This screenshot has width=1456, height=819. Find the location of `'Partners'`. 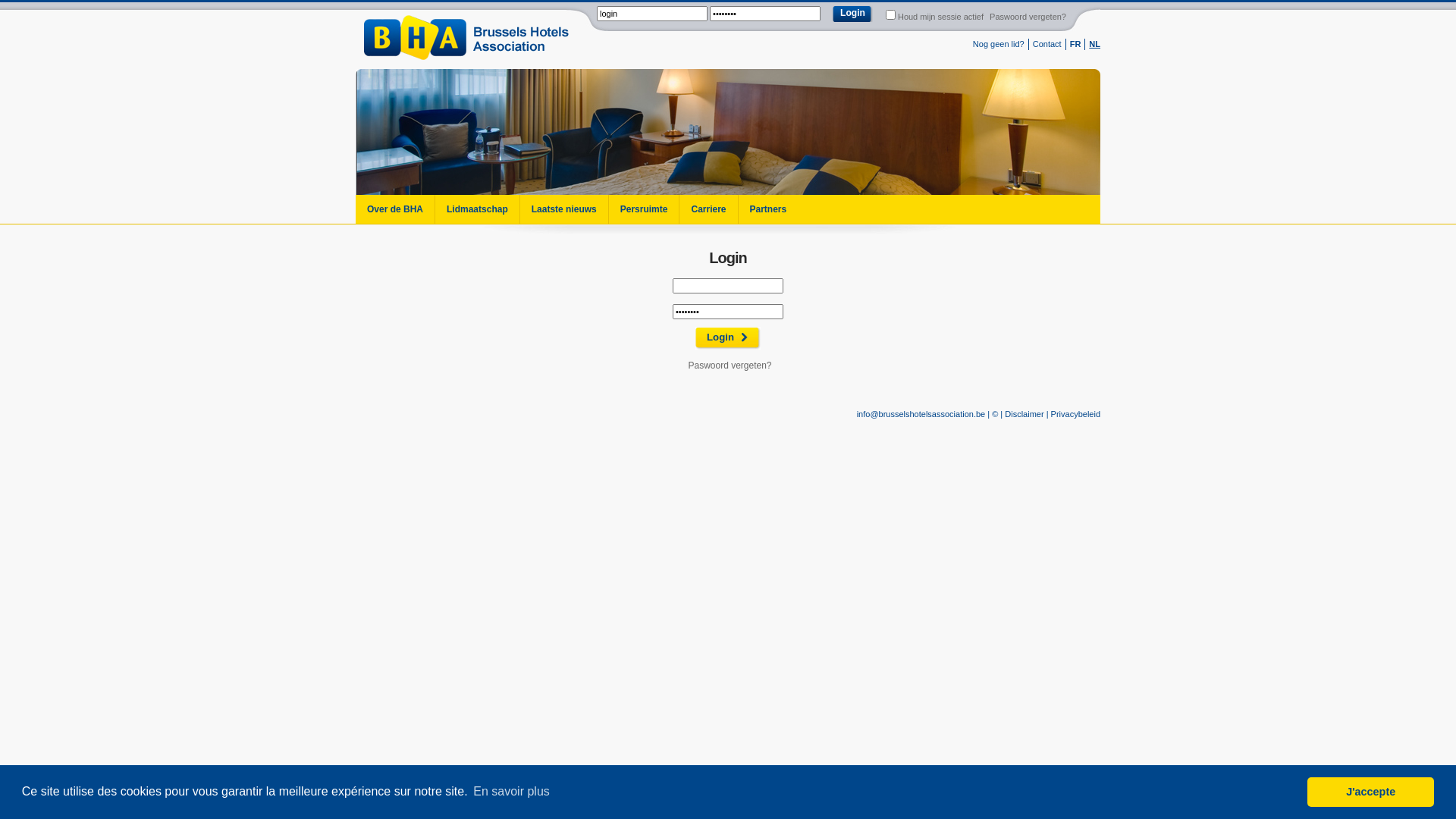

'Partners' is located at coordinates (767, 209).